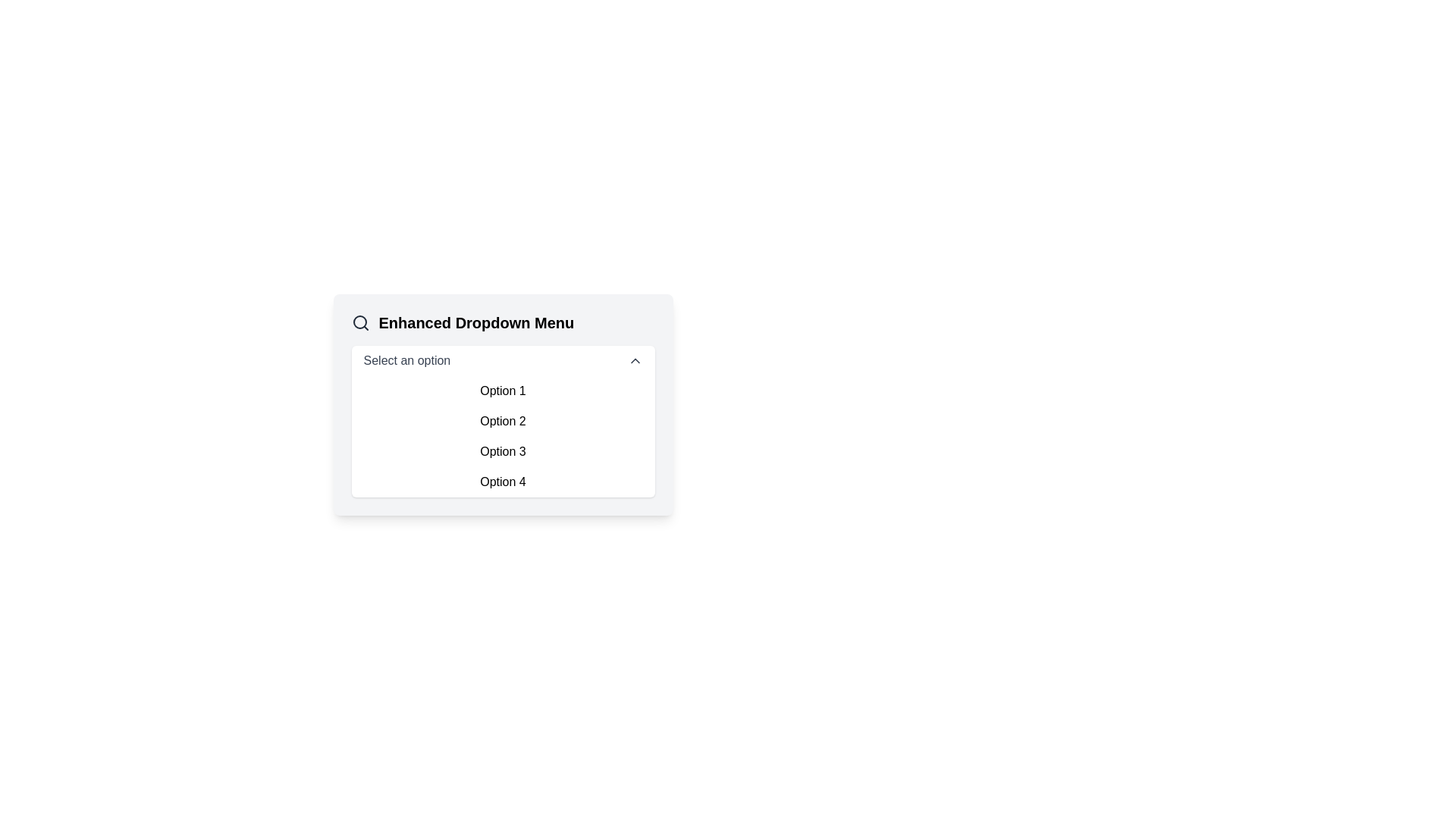 This screenshot has height=819, width=1456. What do you see at coordinates (503, 421) in the screenshot?
I see `the selectable list item with the text 'Option 2' in the dropdown menu` at bounding box center [503, 421].